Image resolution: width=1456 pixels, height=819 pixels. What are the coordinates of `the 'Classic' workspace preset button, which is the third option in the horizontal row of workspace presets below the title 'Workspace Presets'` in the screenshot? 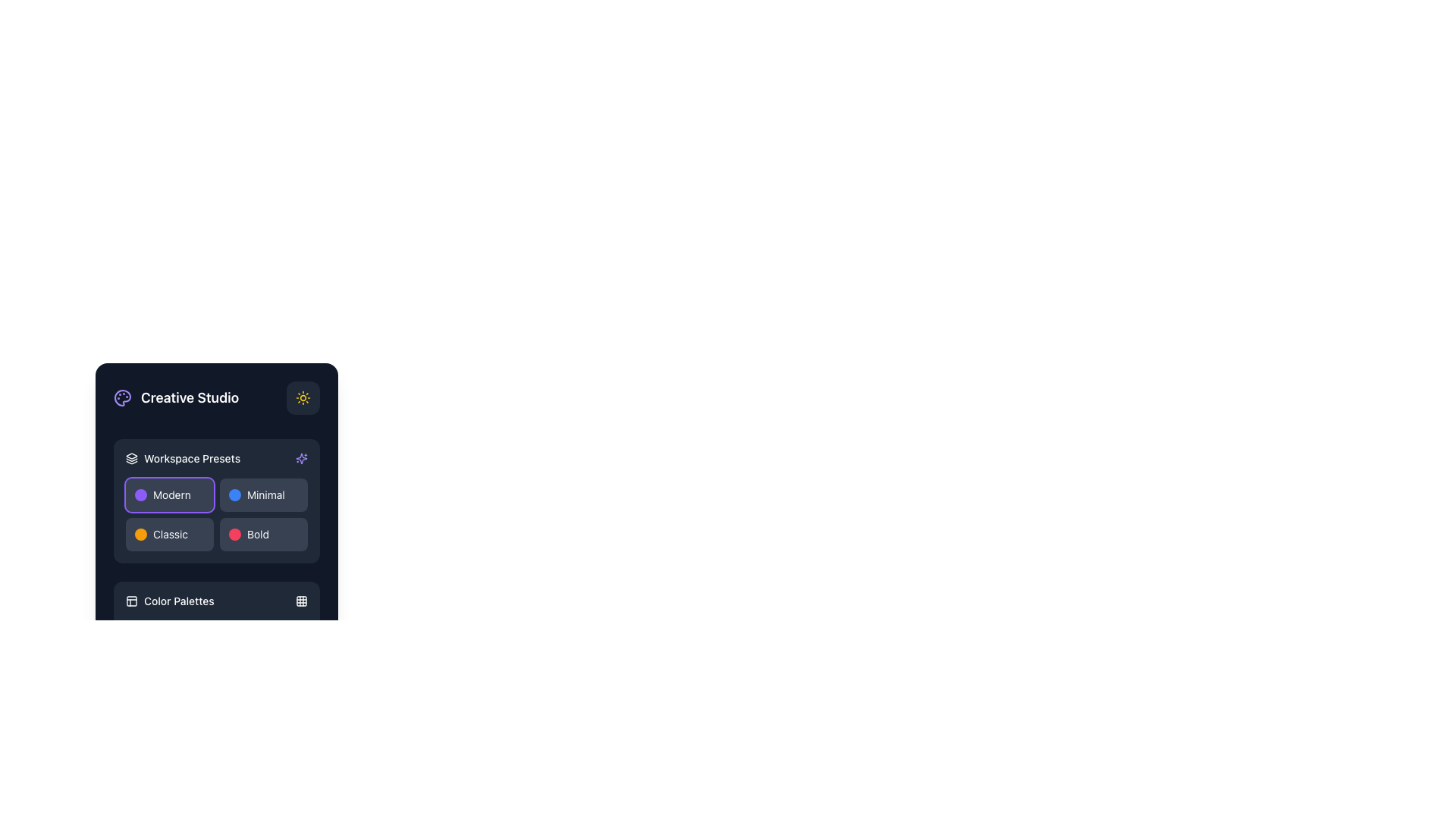 It's located at (171, 534).